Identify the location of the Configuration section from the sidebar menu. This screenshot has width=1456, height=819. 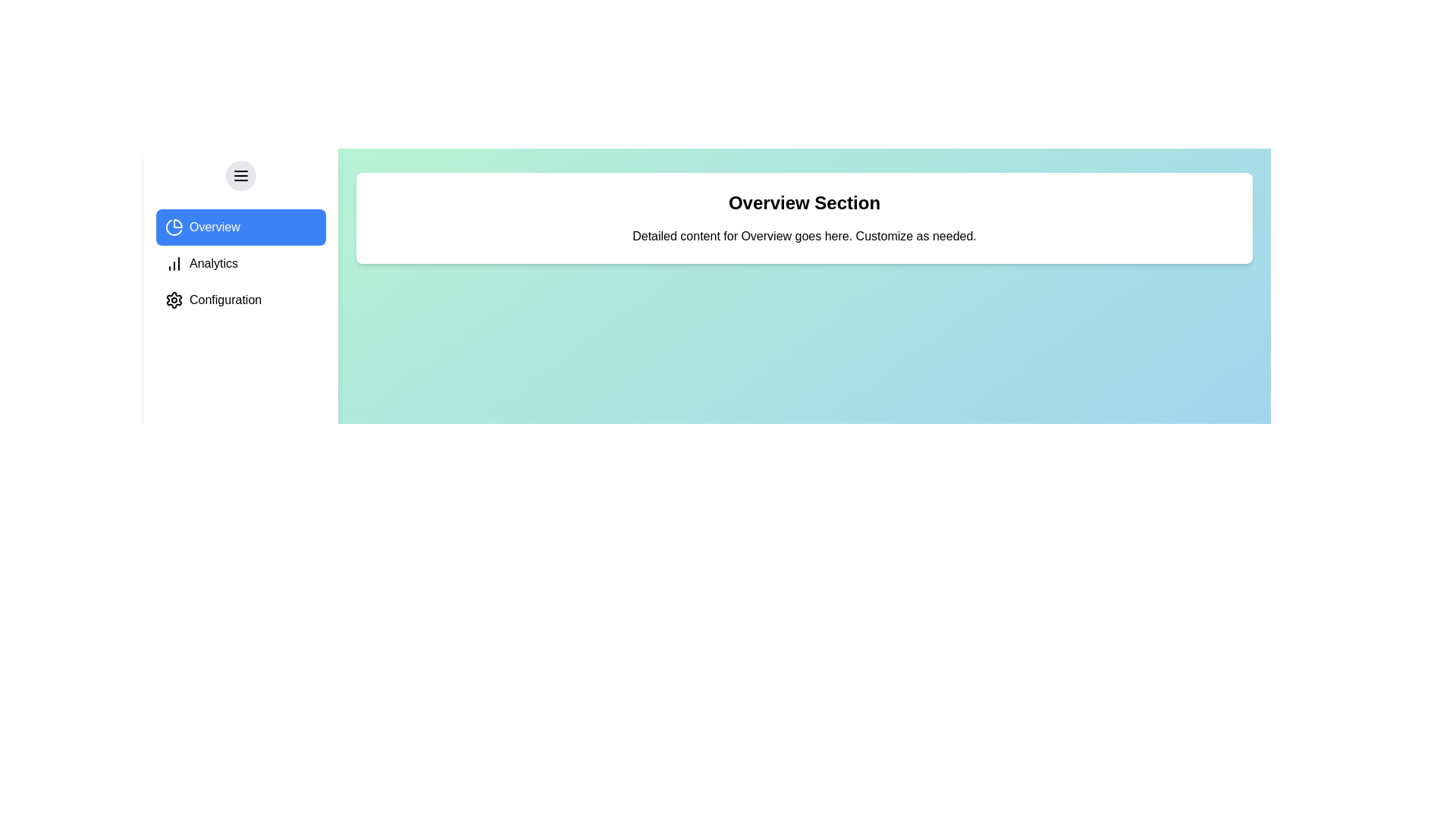
(240, 300).